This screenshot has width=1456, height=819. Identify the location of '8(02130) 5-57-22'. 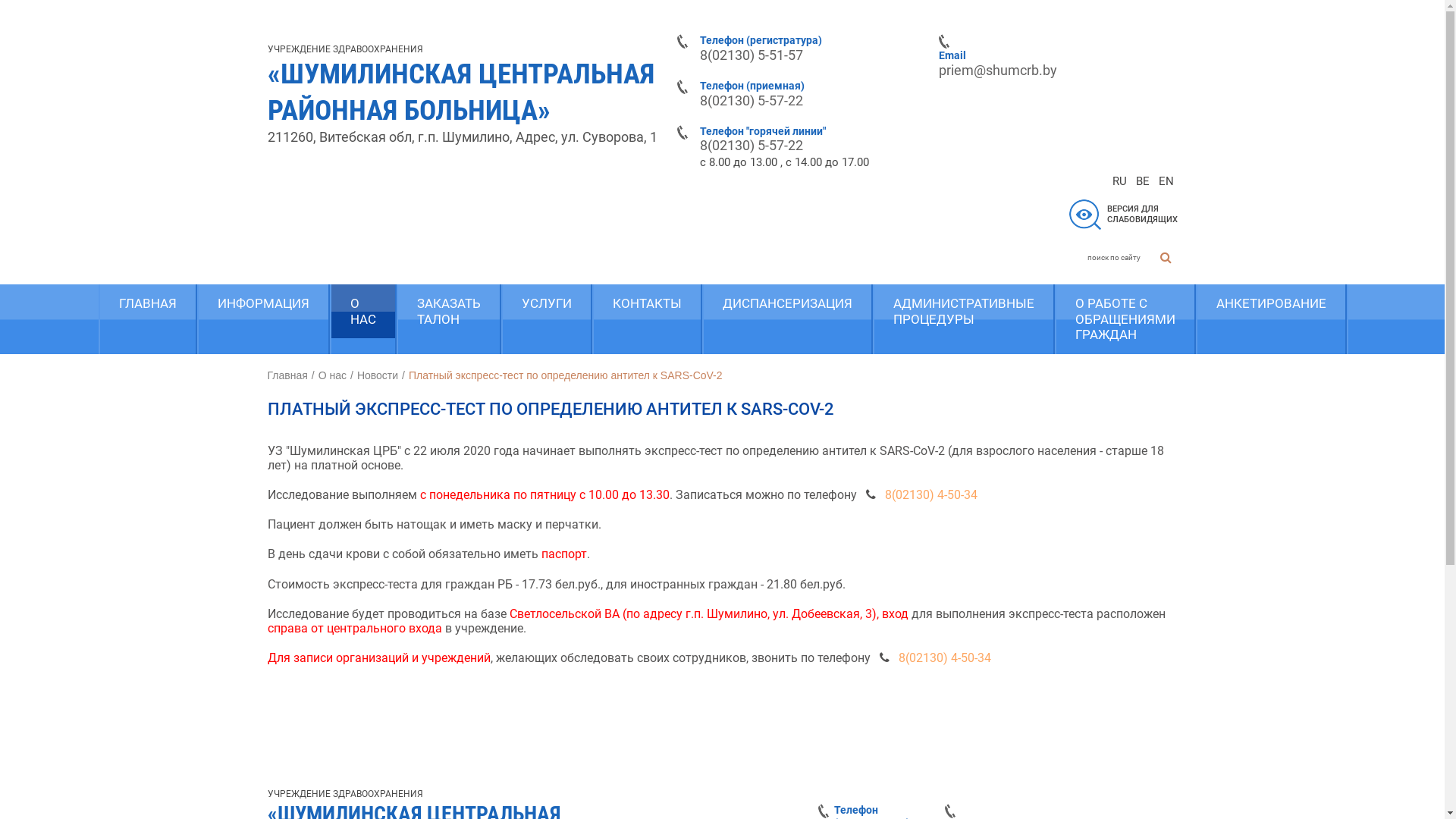
(750, 100).